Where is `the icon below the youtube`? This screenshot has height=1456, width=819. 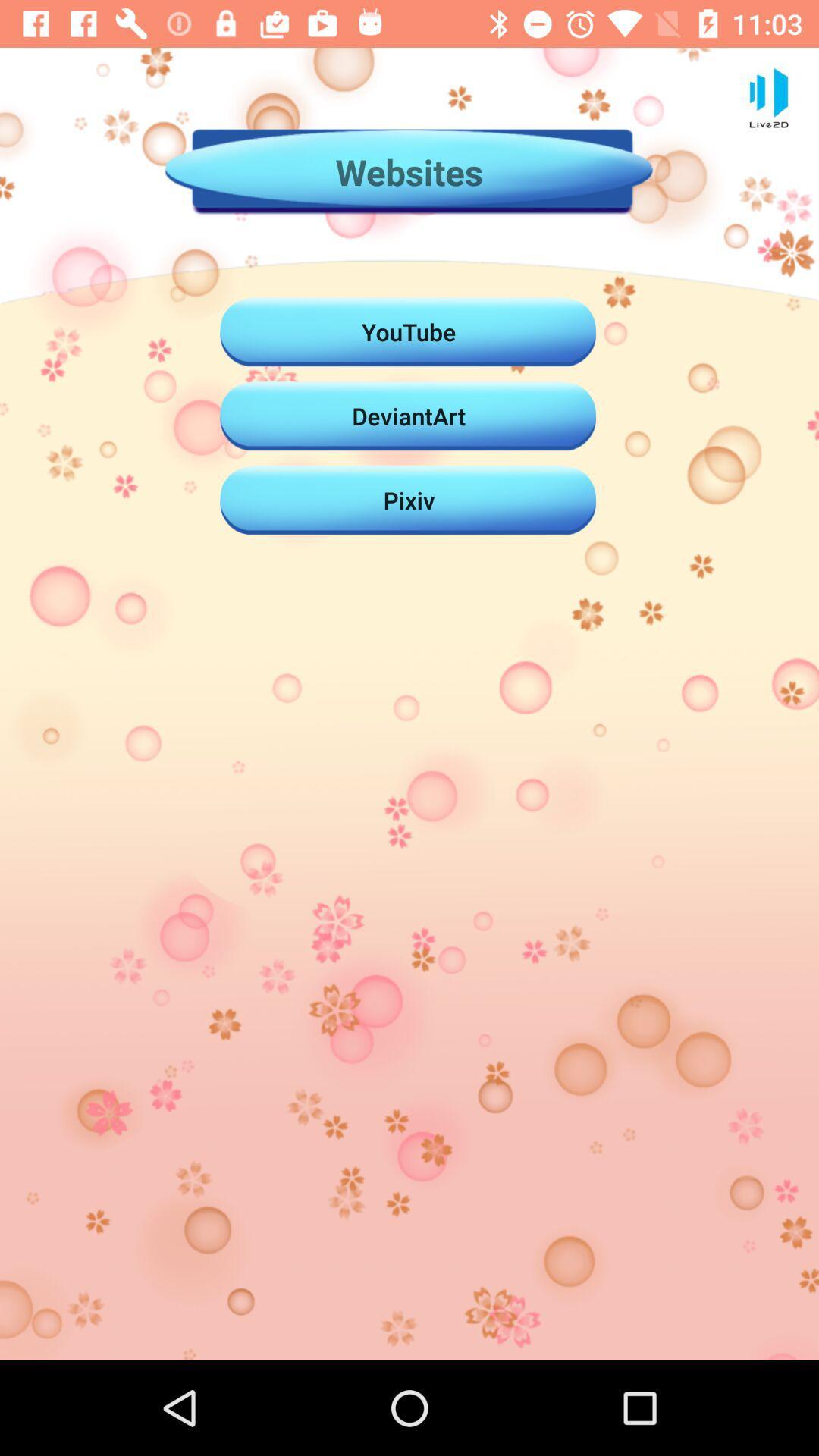 the icon below the youtube is located at coordinates (408, 416).